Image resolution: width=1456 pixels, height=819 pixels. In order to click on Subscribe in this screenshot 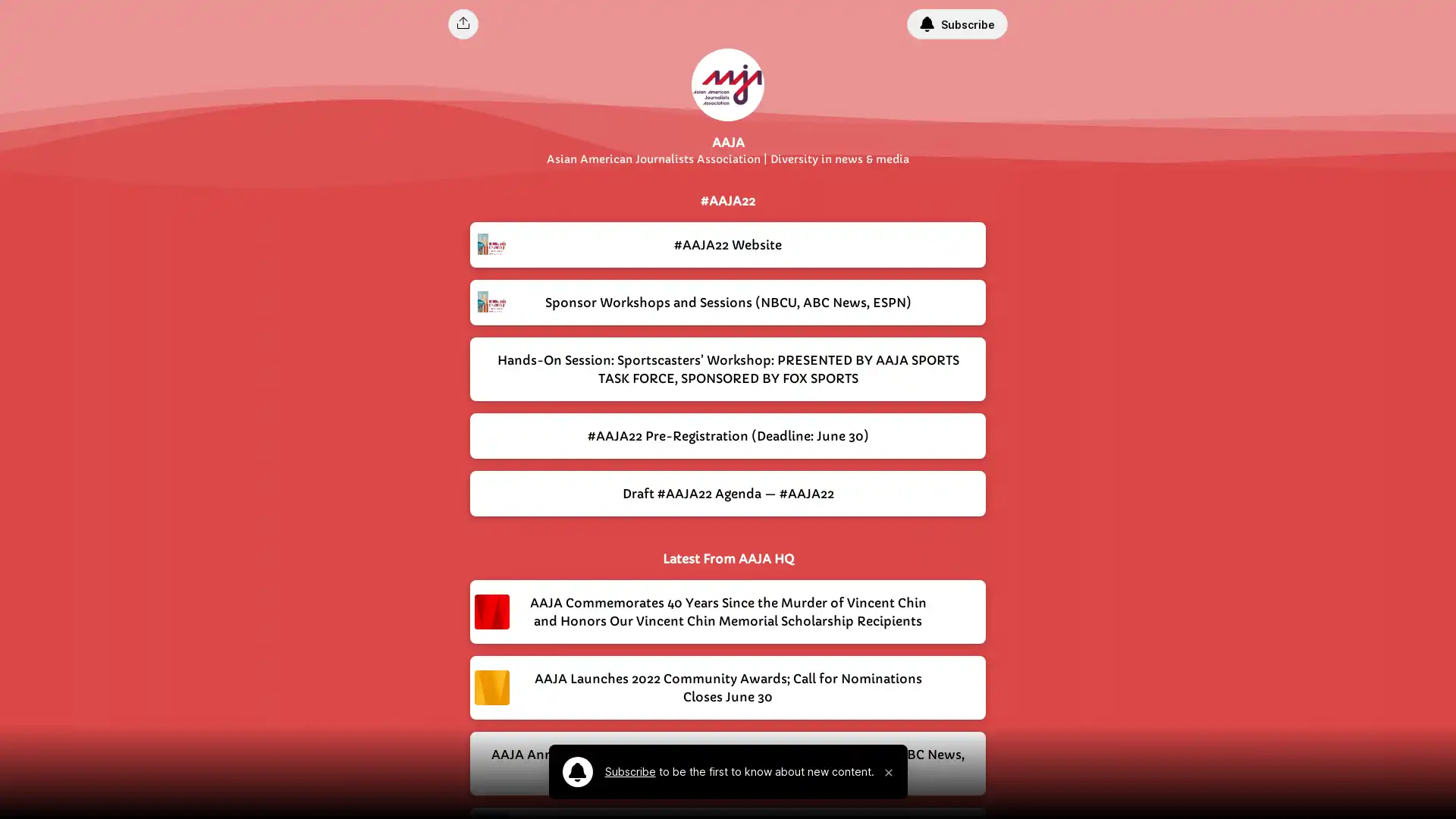, I will do `click(956, 24)`.